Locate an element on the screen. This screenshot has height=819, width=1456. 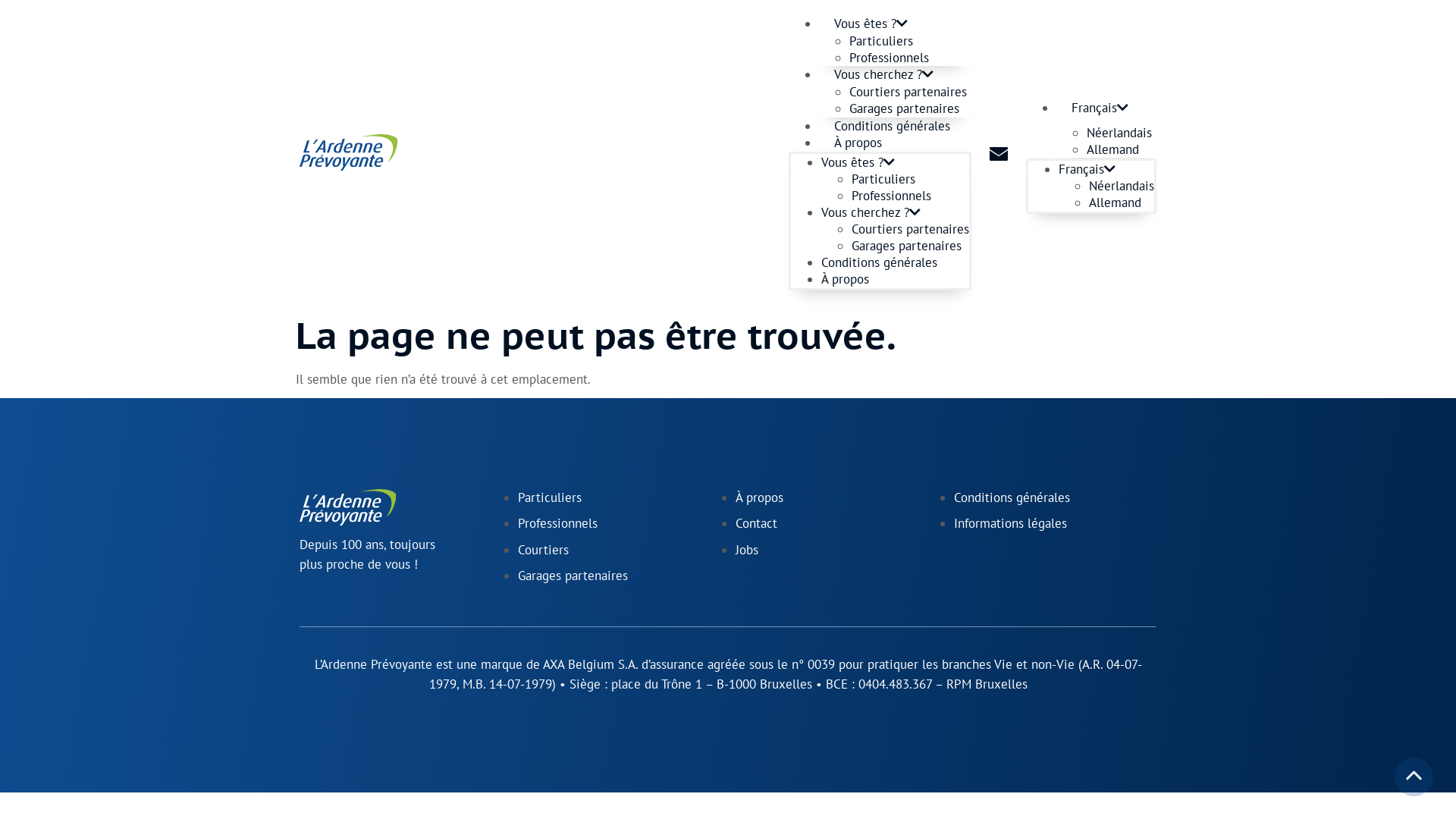
'Garages partenaires' is located at coordinates (904, 107).